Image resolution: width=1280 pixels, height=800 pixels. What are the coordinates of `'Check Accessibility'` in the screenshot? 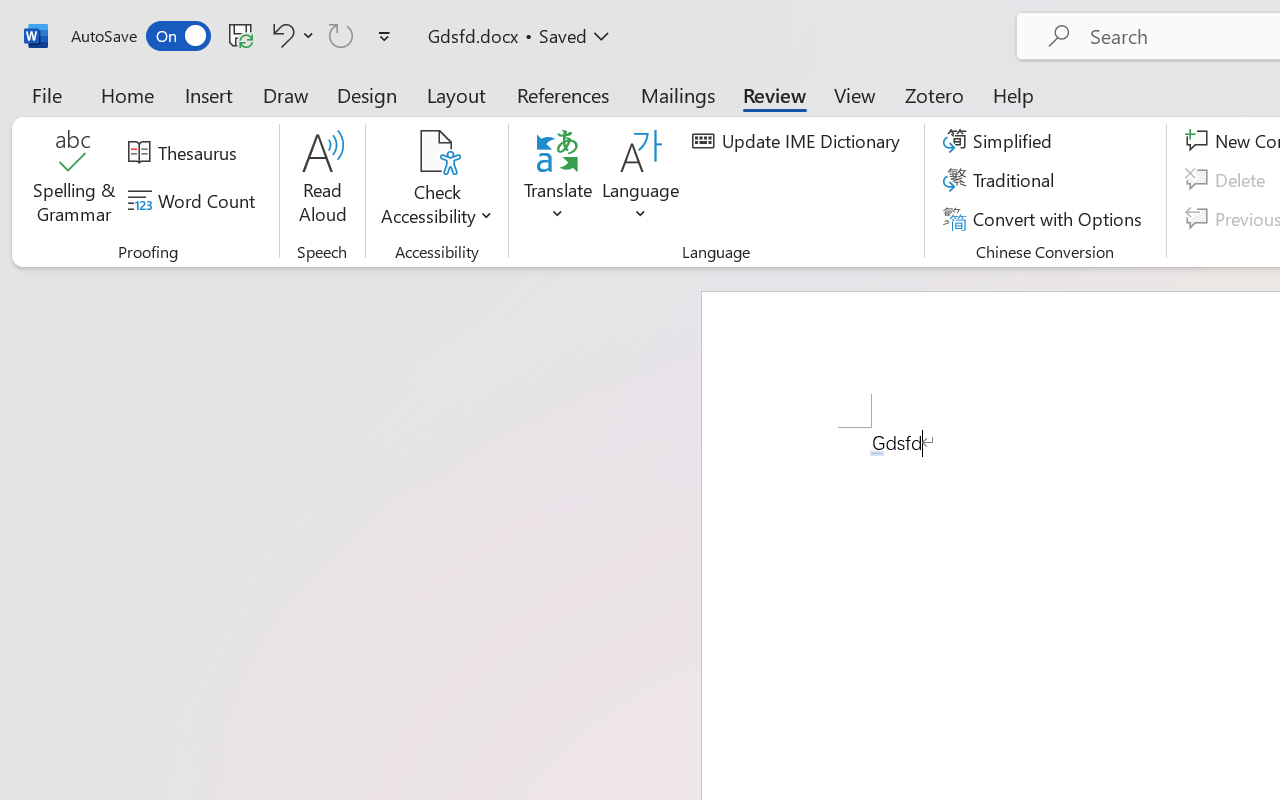 It's located at (436, 151).